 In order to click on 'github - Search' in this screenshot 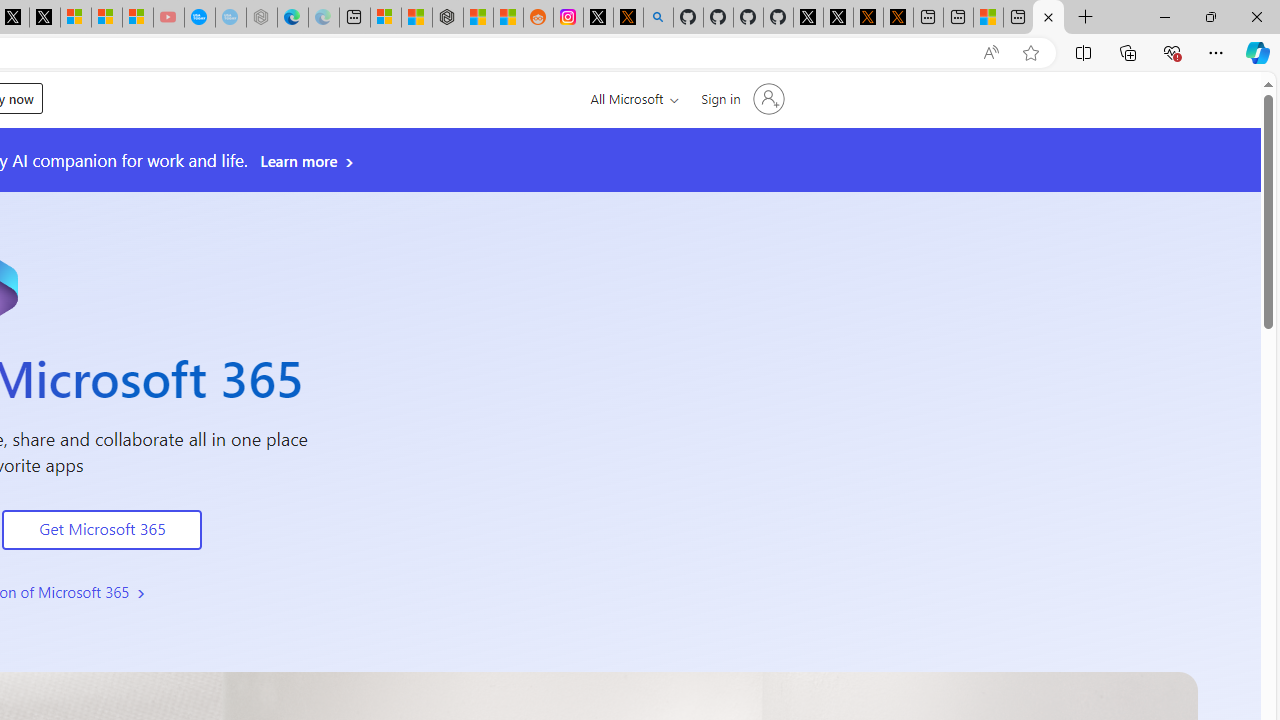, I will do `click(658, 17)`.